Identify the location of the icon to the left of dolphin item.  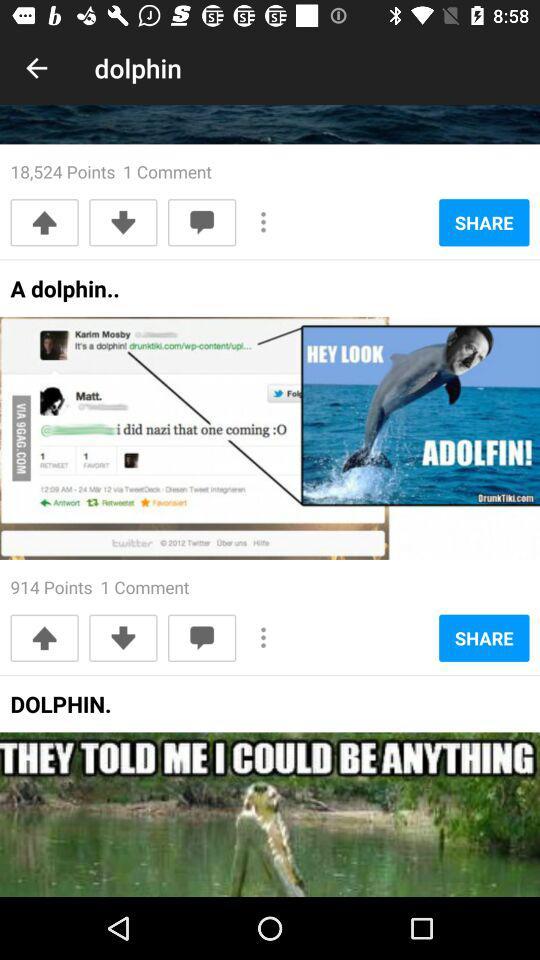
(36, 68).